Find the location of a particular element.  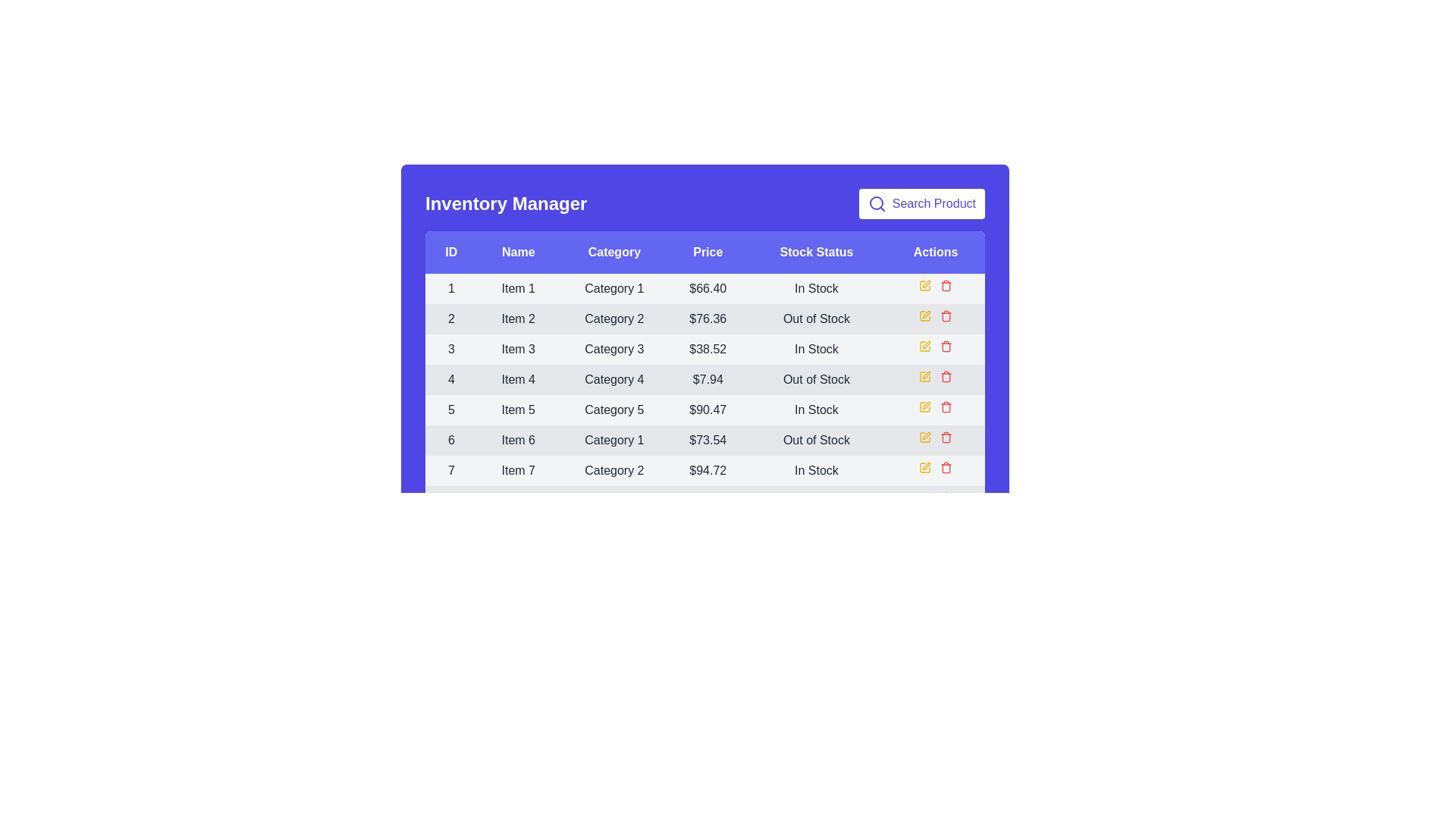

the column header Category to sort the table by that column is located at coordinates (614, 251).